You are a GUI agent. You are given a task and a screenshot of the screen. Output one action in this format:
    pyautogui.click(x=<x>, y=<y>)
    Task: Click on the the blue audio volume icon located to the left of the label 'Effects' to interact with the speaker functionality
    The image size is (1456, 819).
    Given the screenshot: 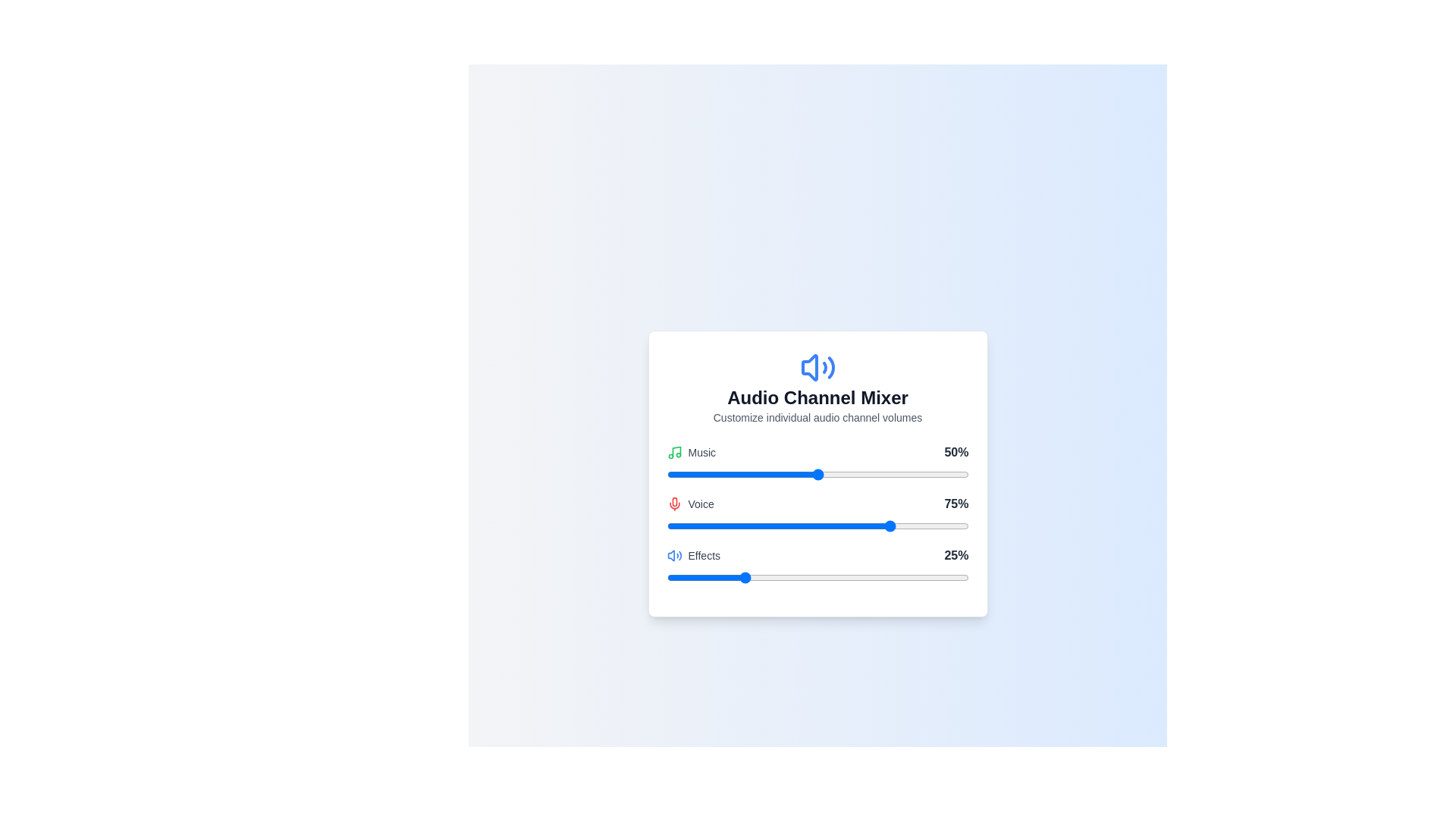 What is the action you would take?
    pyautogui.click(x=673, y=555)
    